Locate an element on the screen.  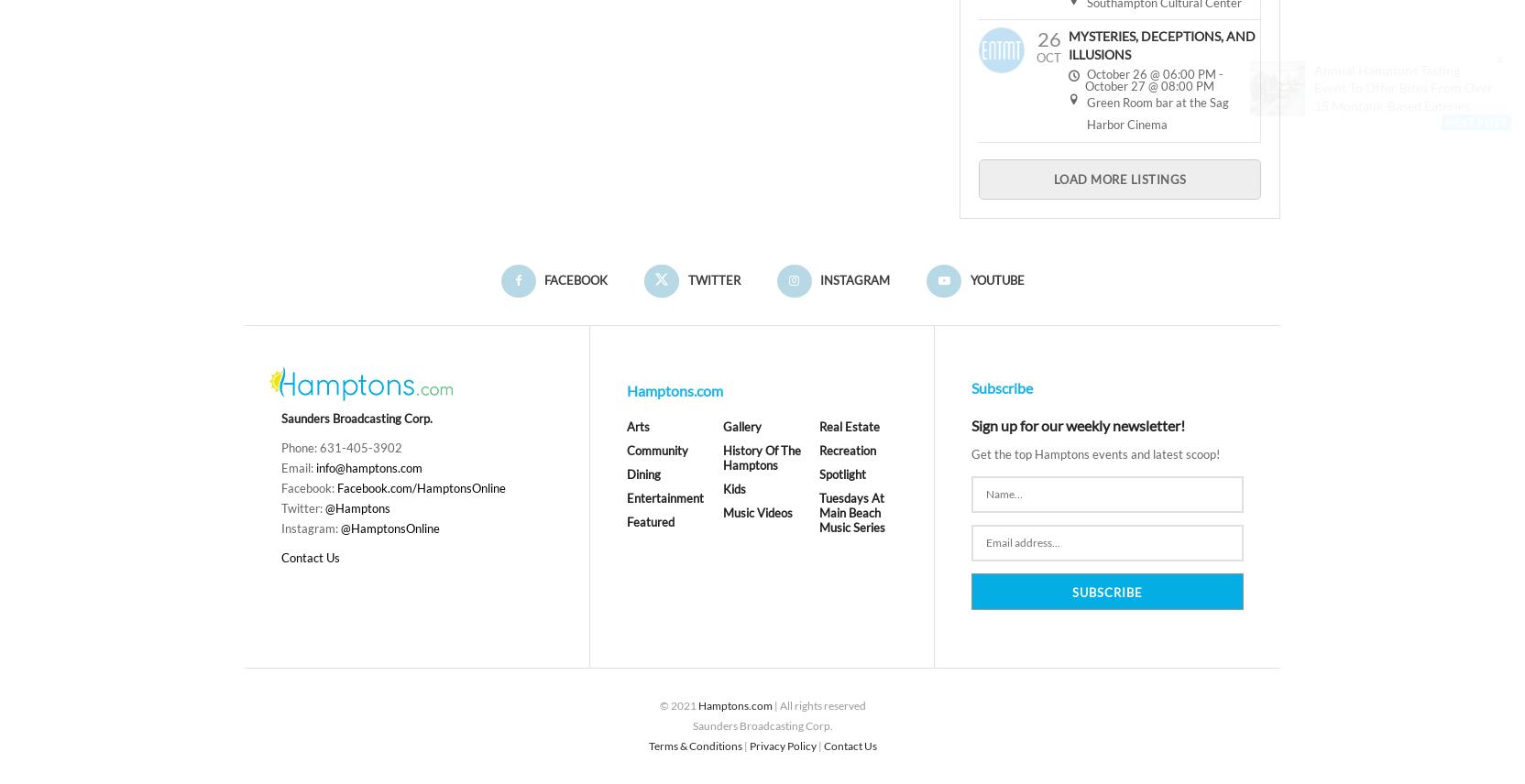
'Music Videos' is located at coordinates (757, 511).